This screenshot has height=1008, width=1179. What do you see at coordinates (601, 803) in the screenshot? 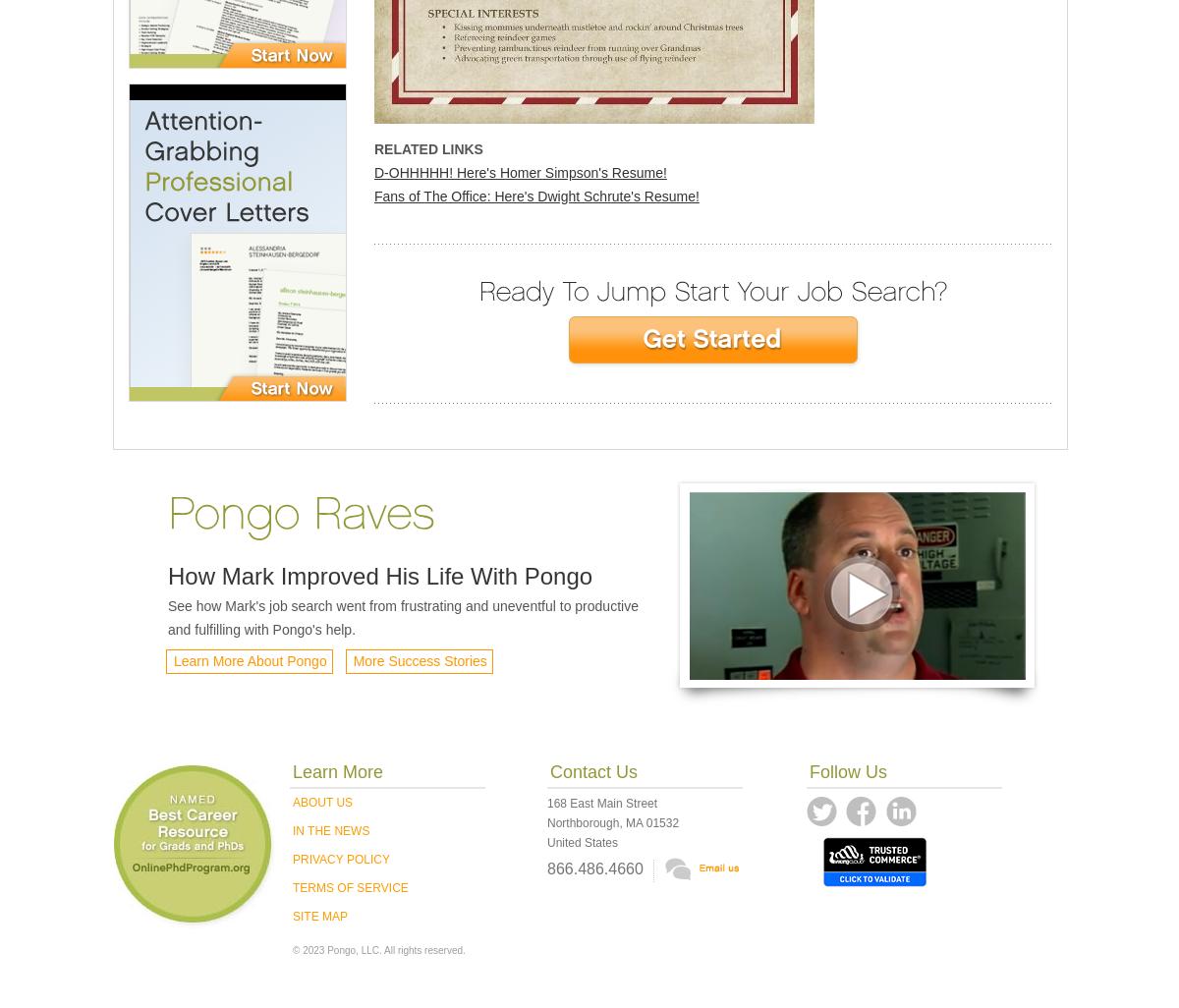
I see `'168 East Main Street'` at bounding box center [601, 803].